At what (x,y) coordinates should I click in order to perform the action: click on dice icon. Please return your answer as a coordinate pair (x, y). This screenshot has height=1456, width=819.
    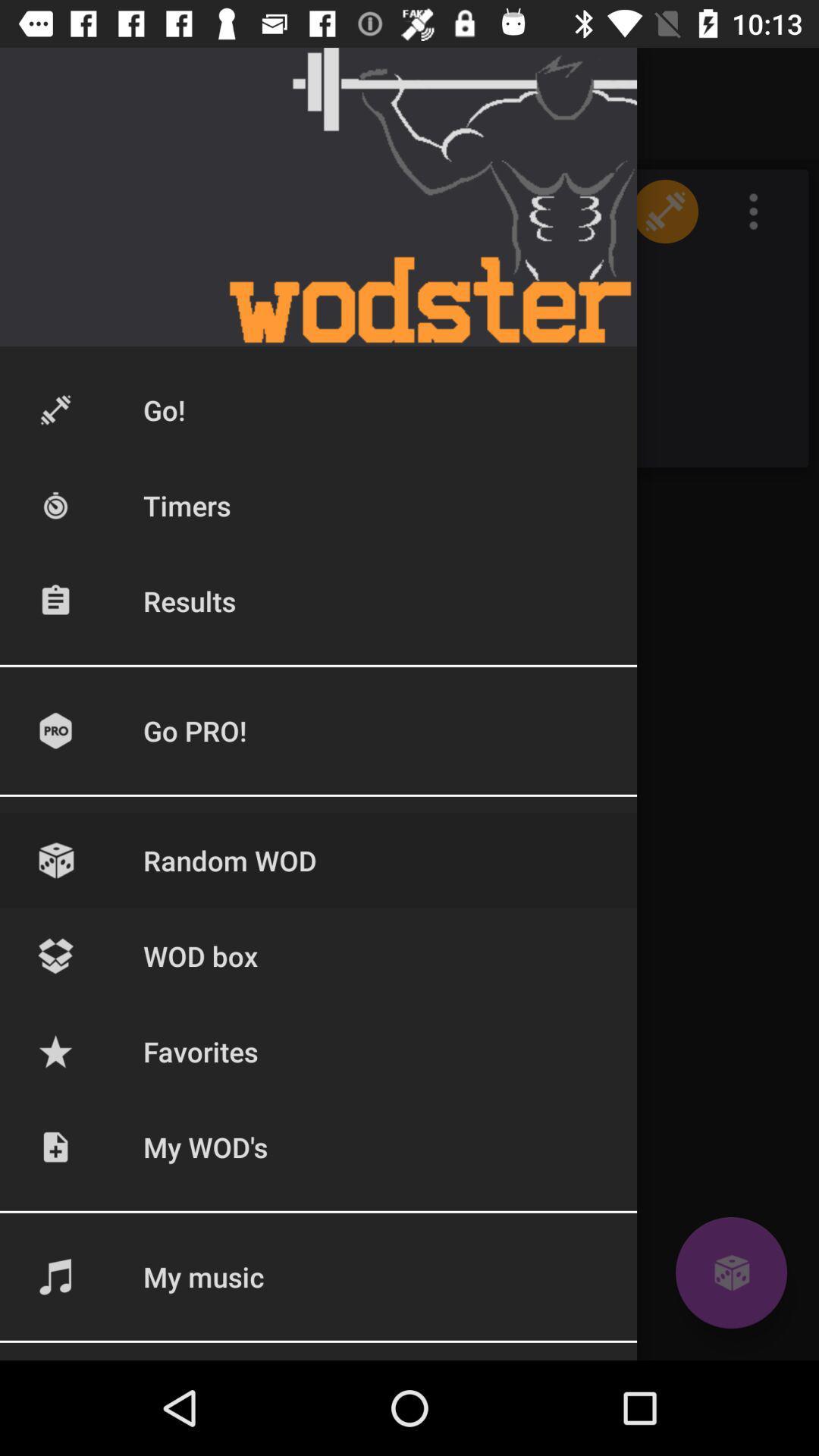
    Looking at the image, I should click on (730, 1272).